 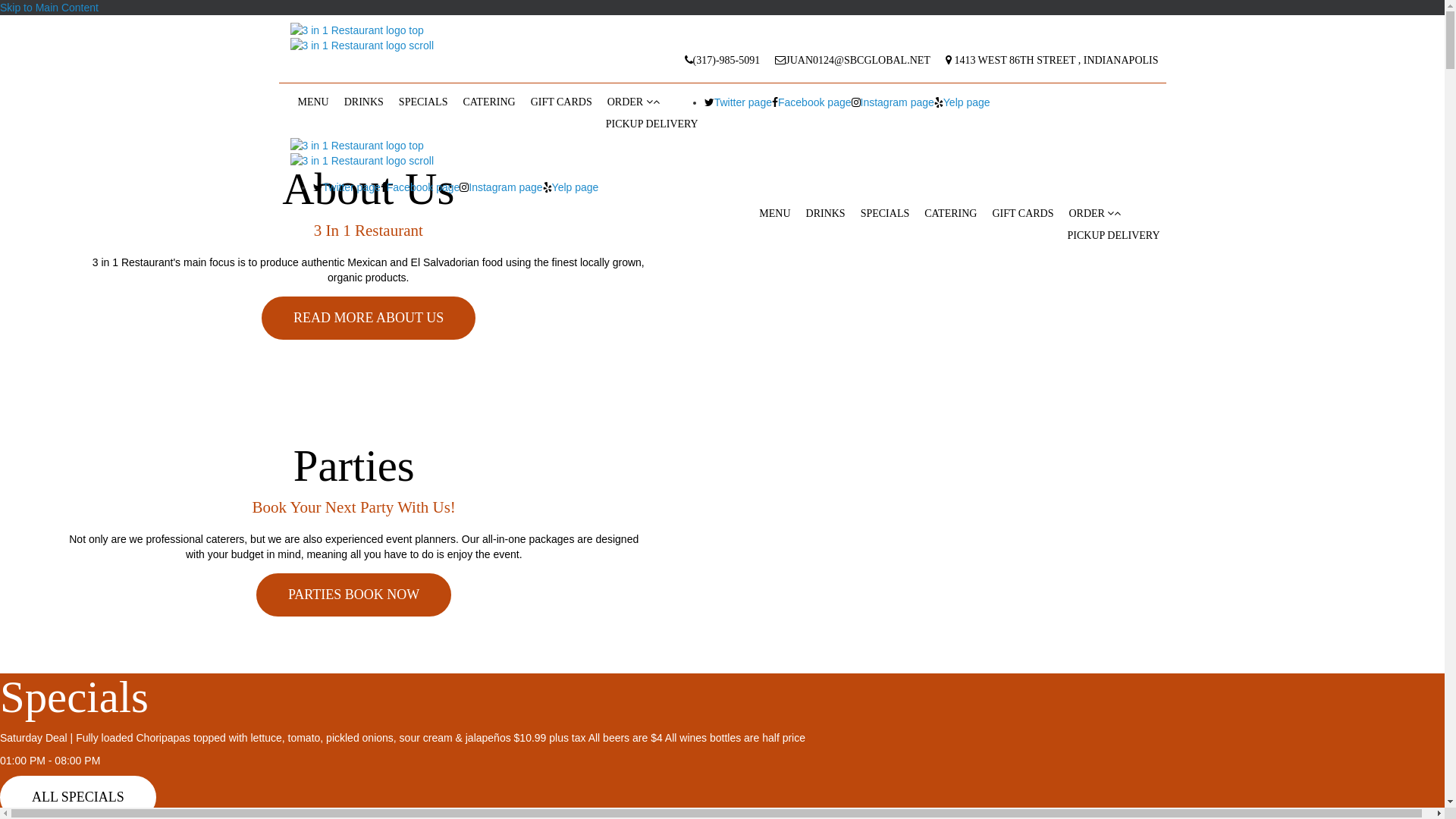 What do you see at coordinates (345, 186) in the screenshot?
I see `'Twitter page'` at bounding box center [345, 186].